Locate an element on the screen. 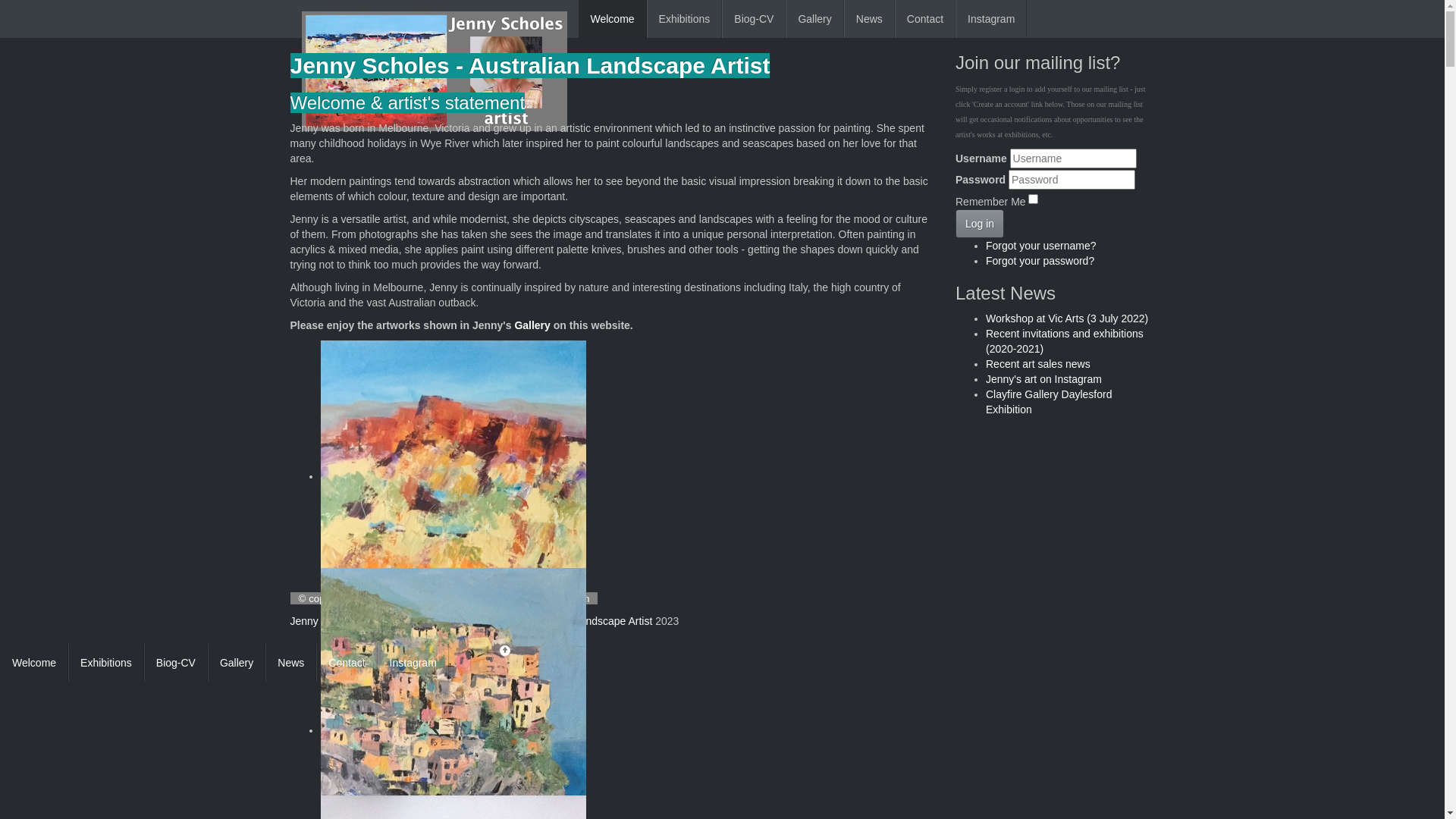 This screenshot has height=819, width=1456. 'Recent art sales news' is located at coordinates (1037, 363).